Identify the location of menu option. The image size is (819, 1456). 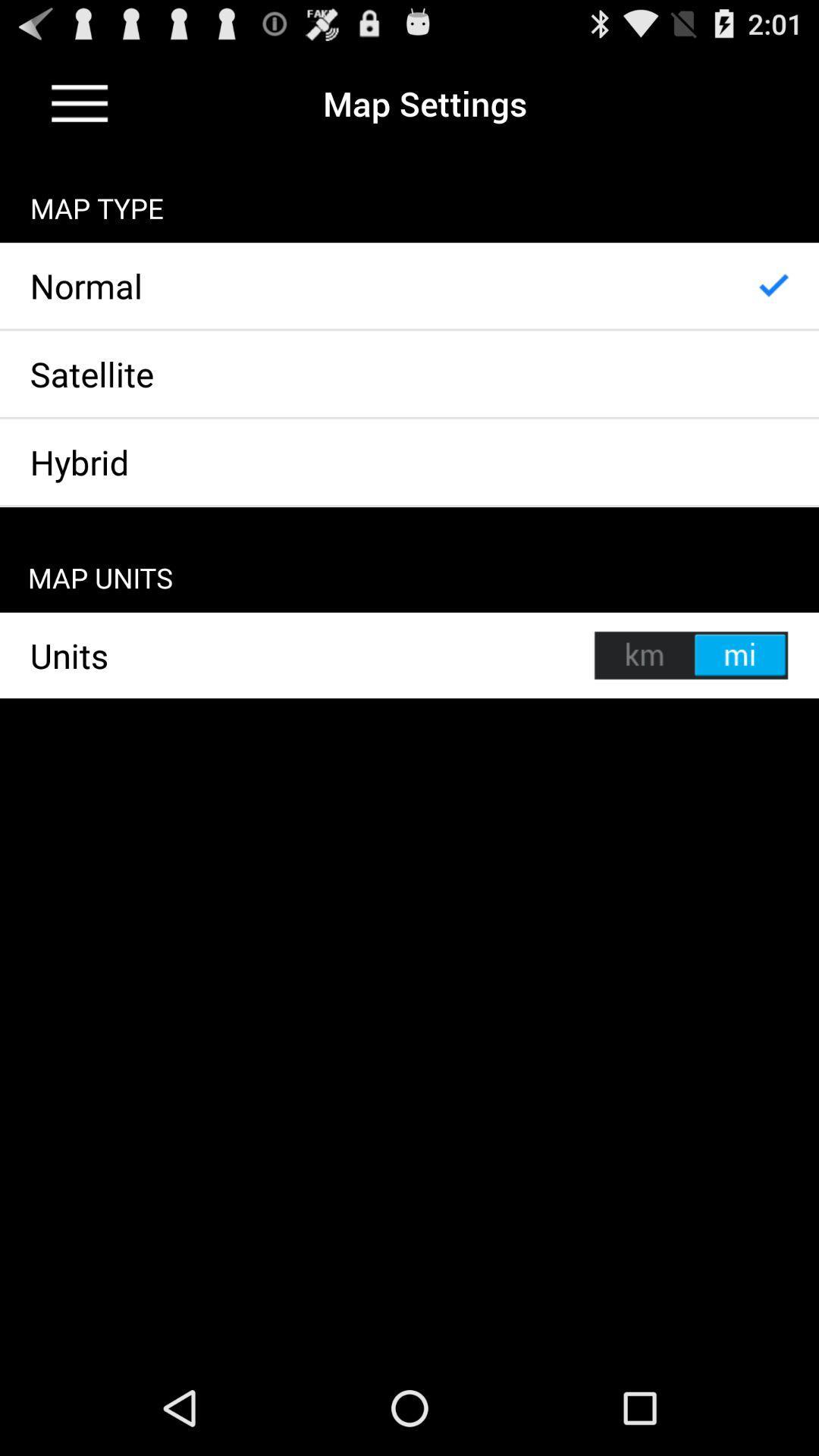
(80, 102).